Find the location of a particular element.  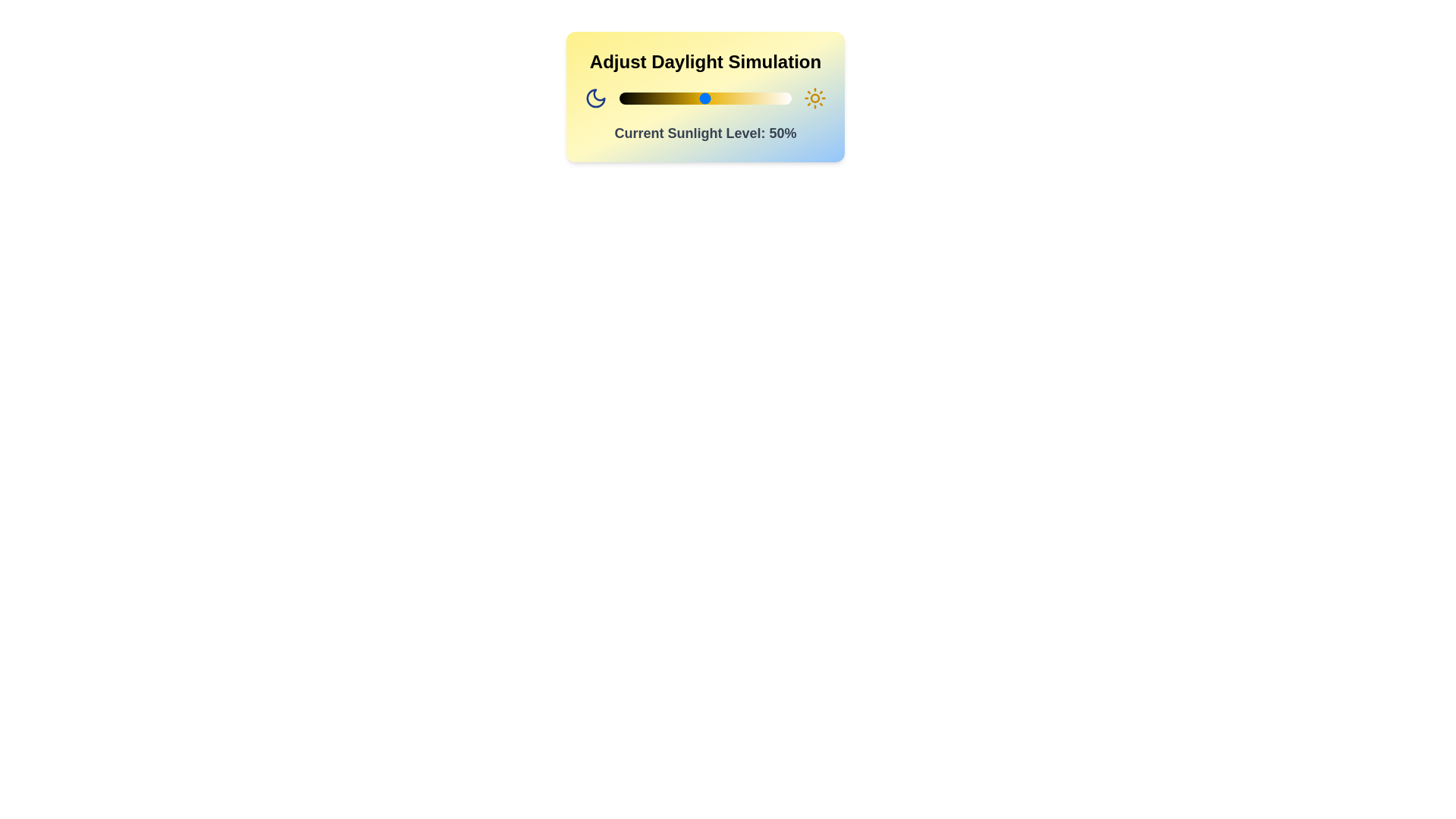

the sunlight level to 42% by interacting with the slider is located at coordinates (691, 99).